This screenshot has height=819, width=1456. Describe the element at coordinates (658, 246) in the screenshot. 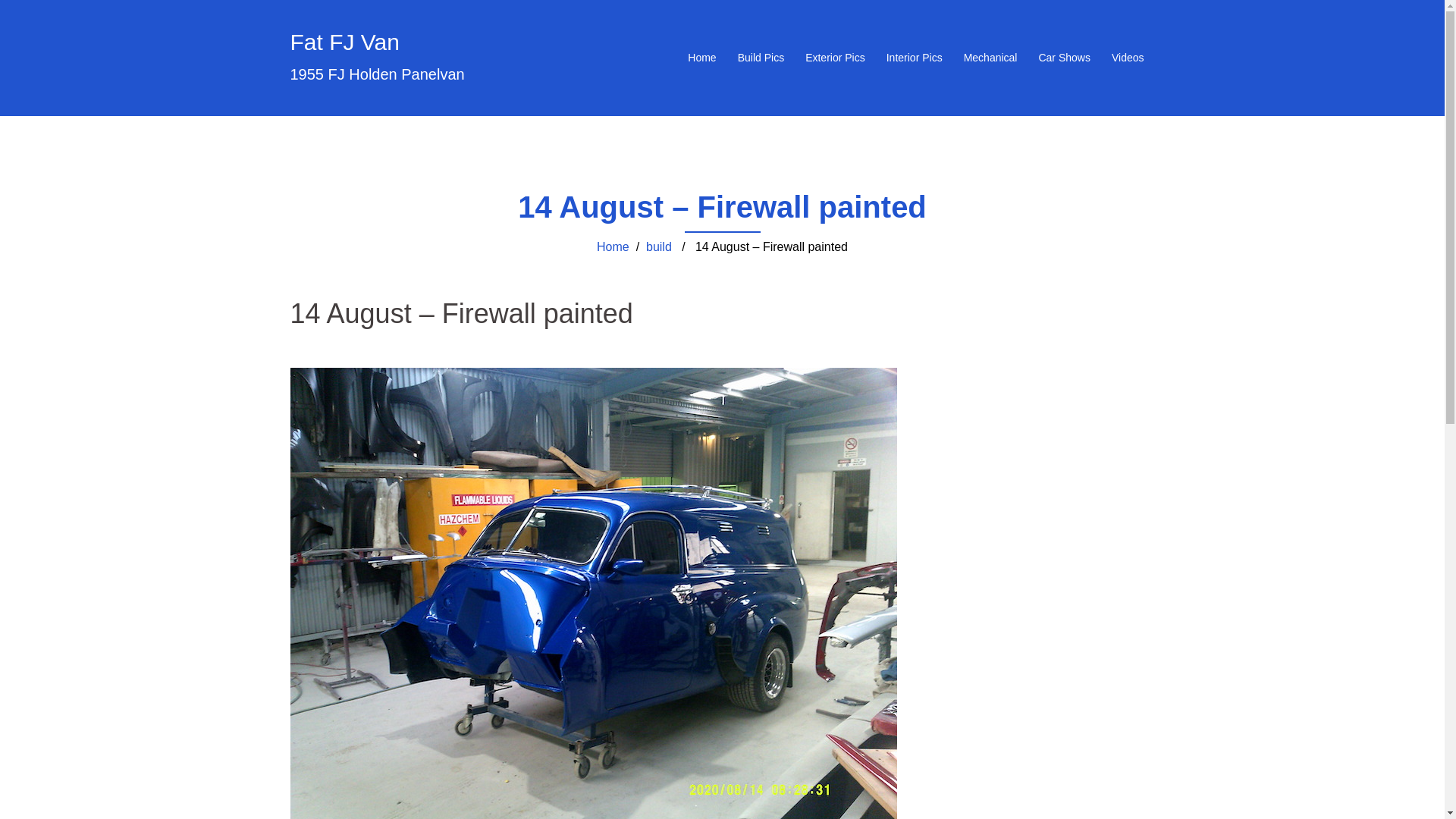

I see `'build'` at that location.